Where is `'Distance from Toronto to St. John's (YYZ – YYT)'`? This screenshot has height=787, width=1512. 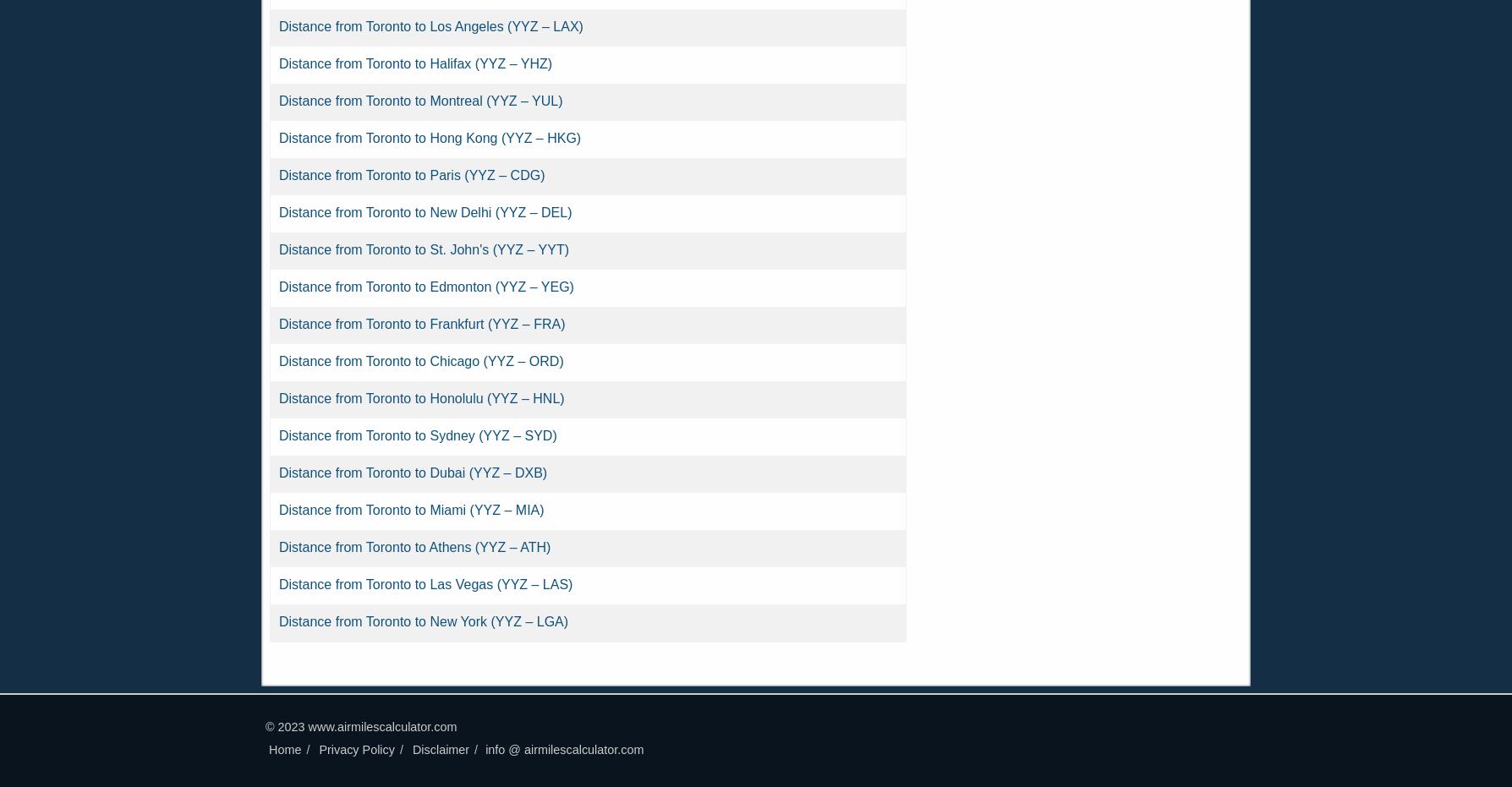
'Distance from Toronto to St. John's (YYZ – YYT)' is located at coordinates (424, 249).